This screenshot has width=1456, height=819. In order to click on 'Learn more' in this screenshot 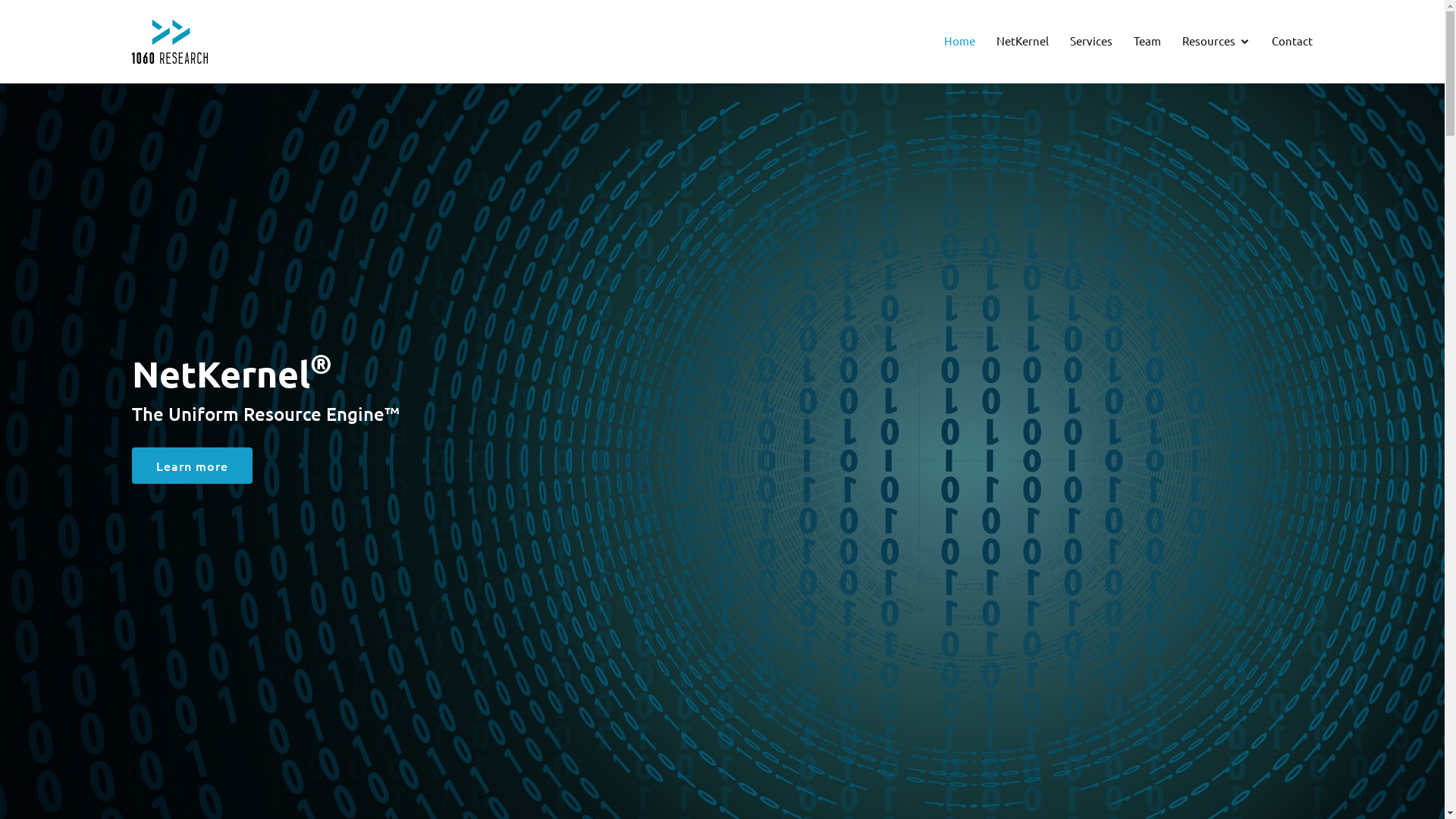, I will do `click(191, 464)`.